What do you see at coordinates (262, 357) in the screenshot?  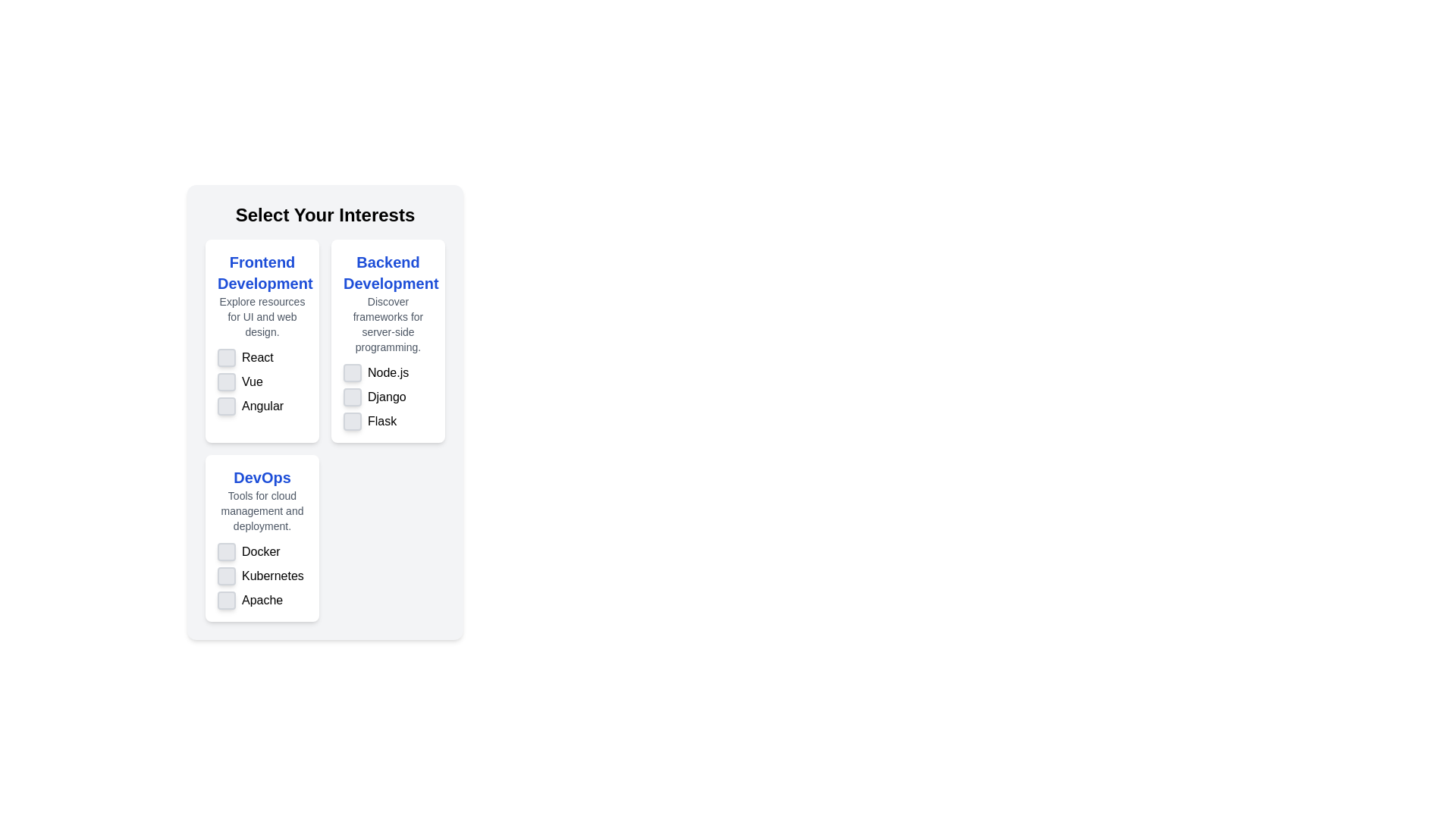 I see `the checkbox labeled 'React'` at bounding box center [262, 357].